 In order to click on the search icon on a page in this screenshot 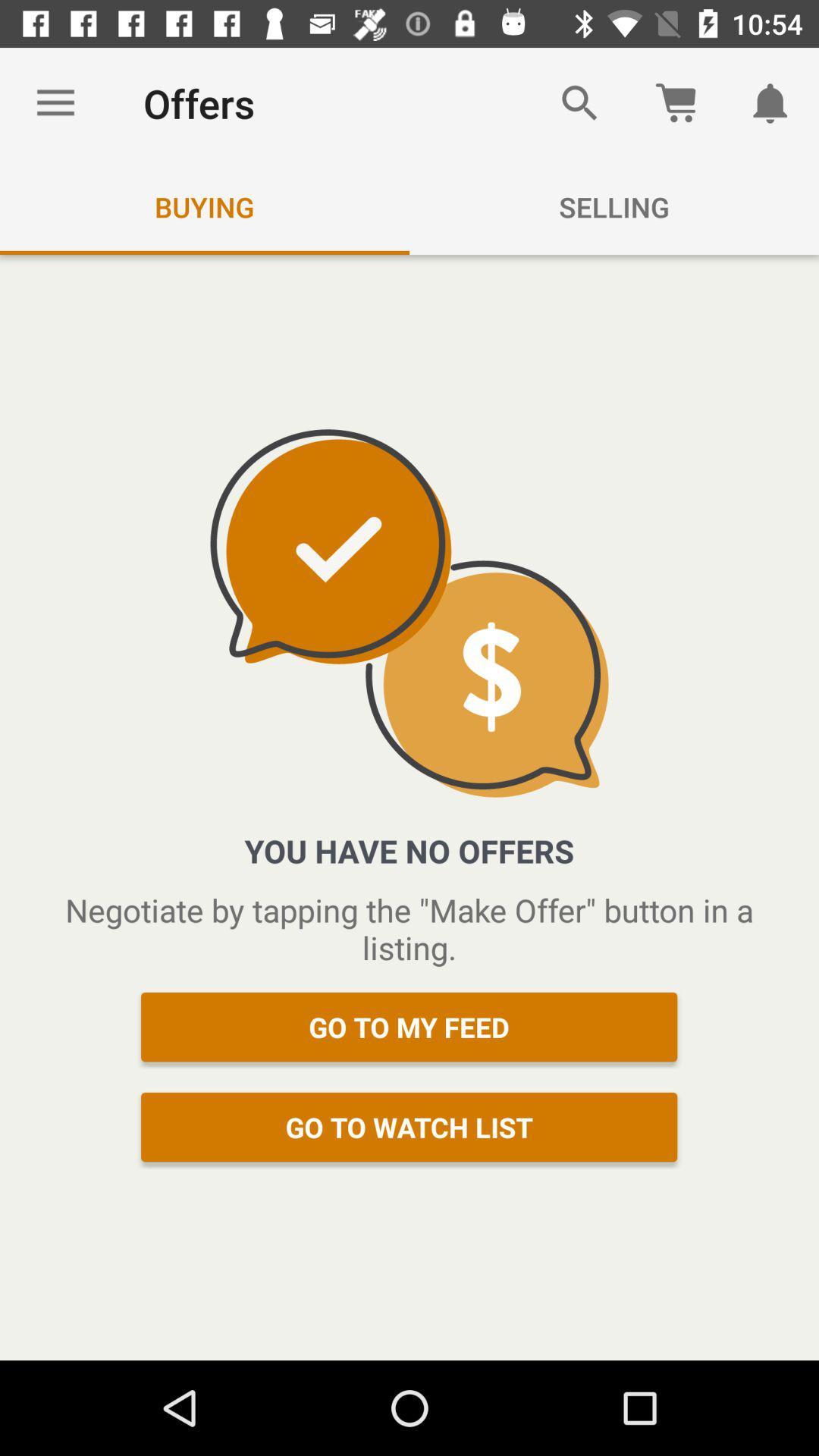, I will do `click(579, 103)`.